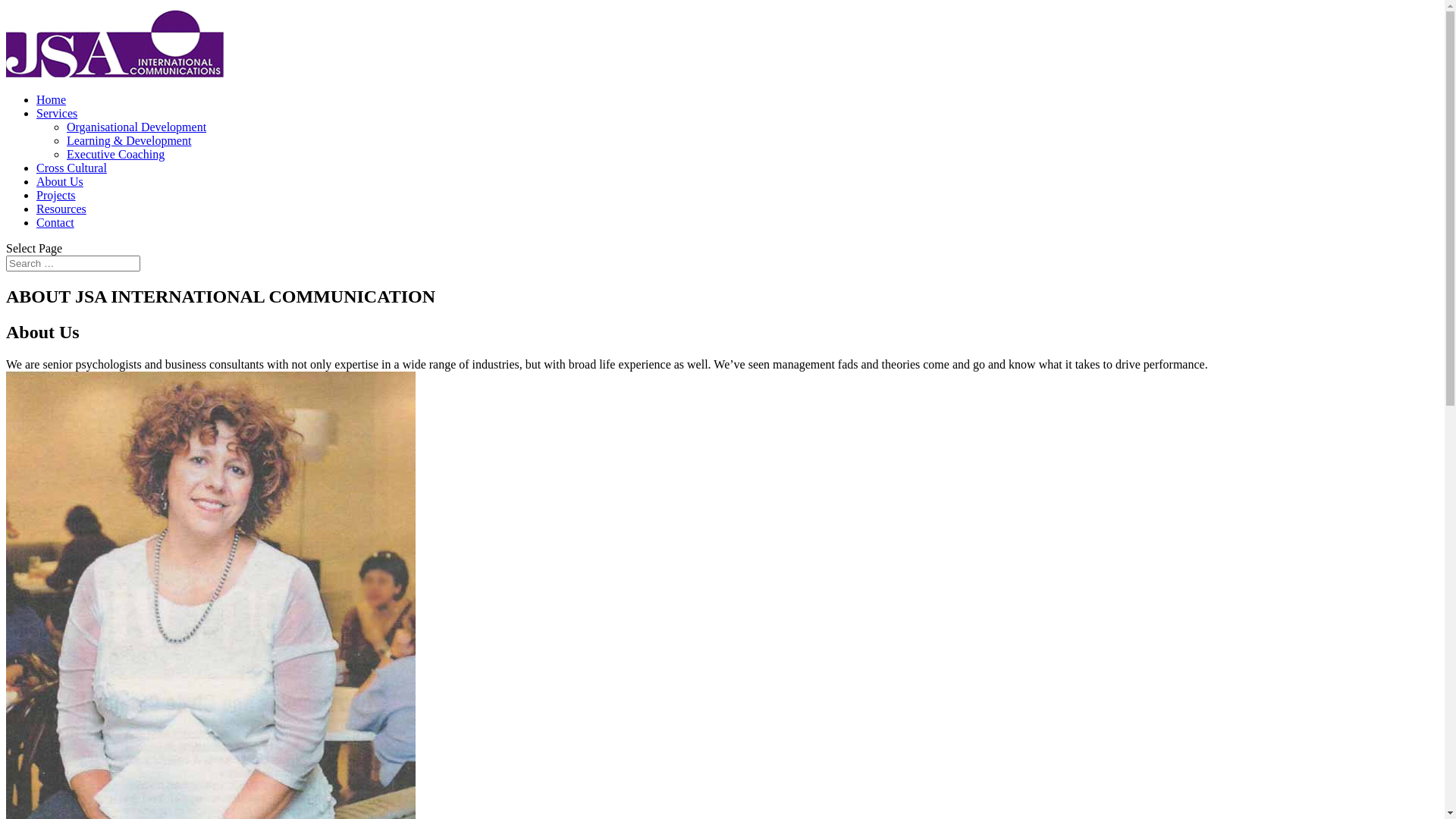 Image resolution: width=1456 pixels, height=819 pixels. I want to click on 'Projects', so click(55, 194).